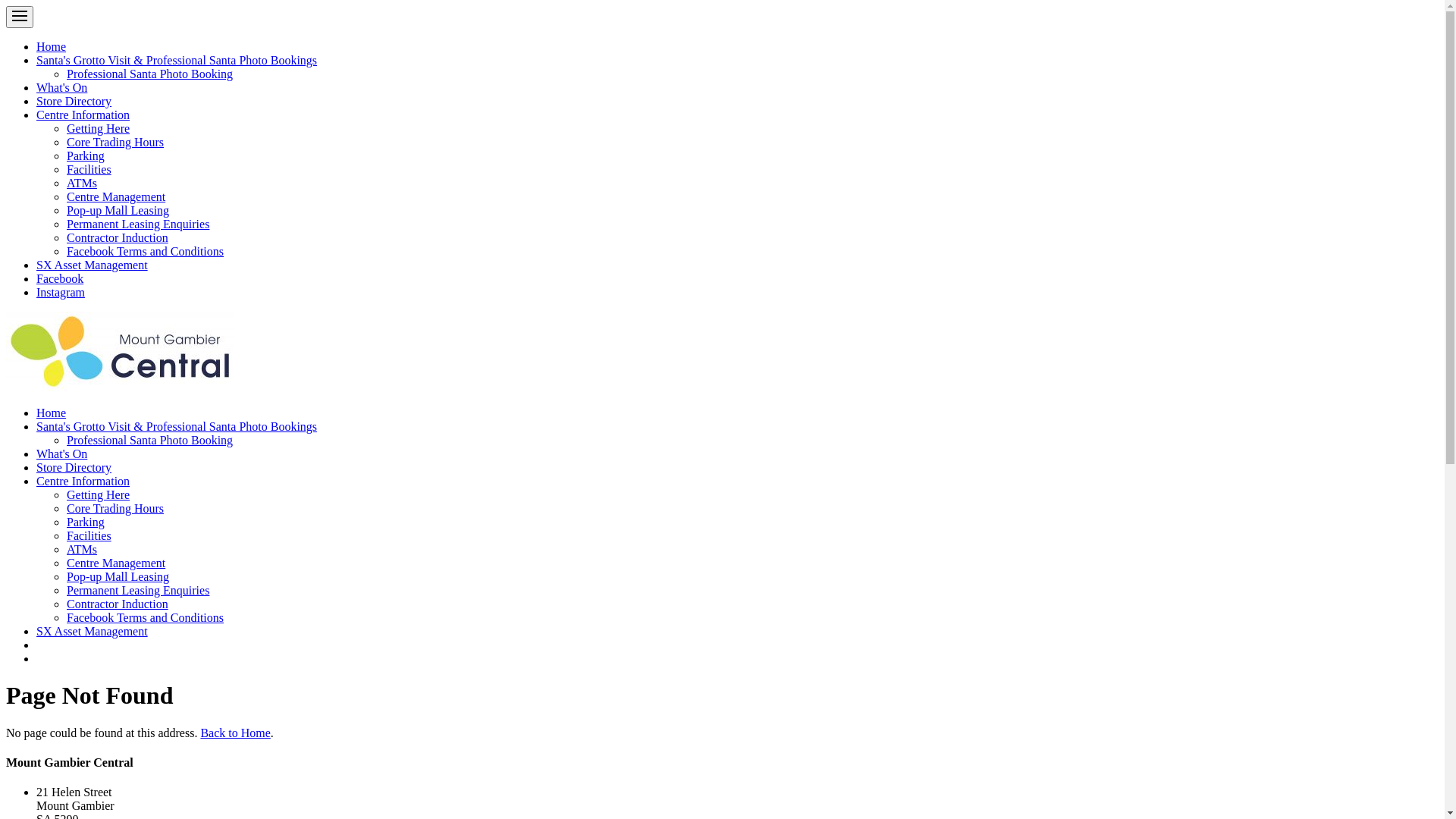 Image resolution: width=1456 pixels, height=819 pixels. I want to click on 'Facebook Terms and Conditions', so click(145, 617).